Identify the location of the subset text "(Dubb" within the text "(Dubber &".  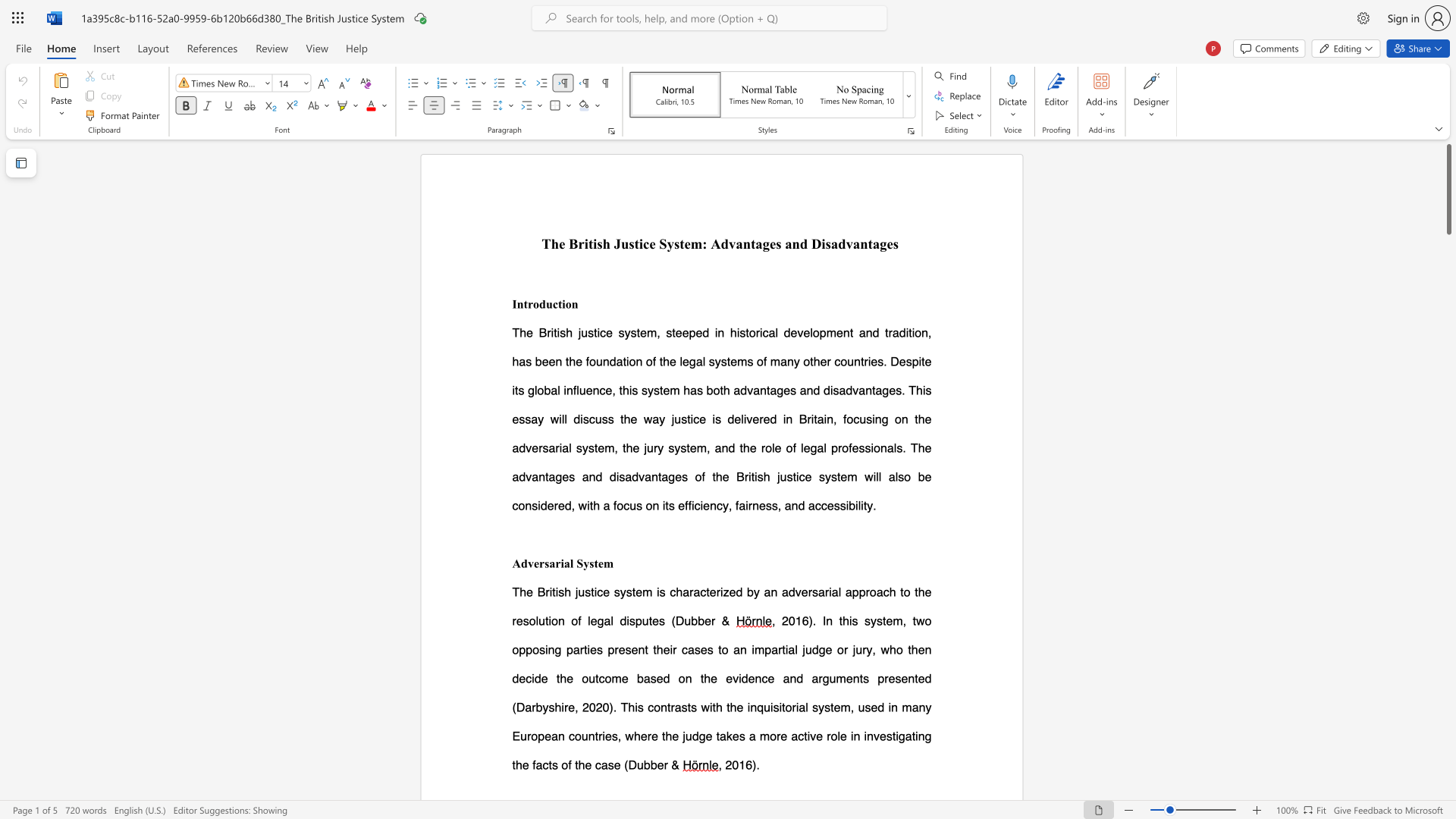
(624, 764).